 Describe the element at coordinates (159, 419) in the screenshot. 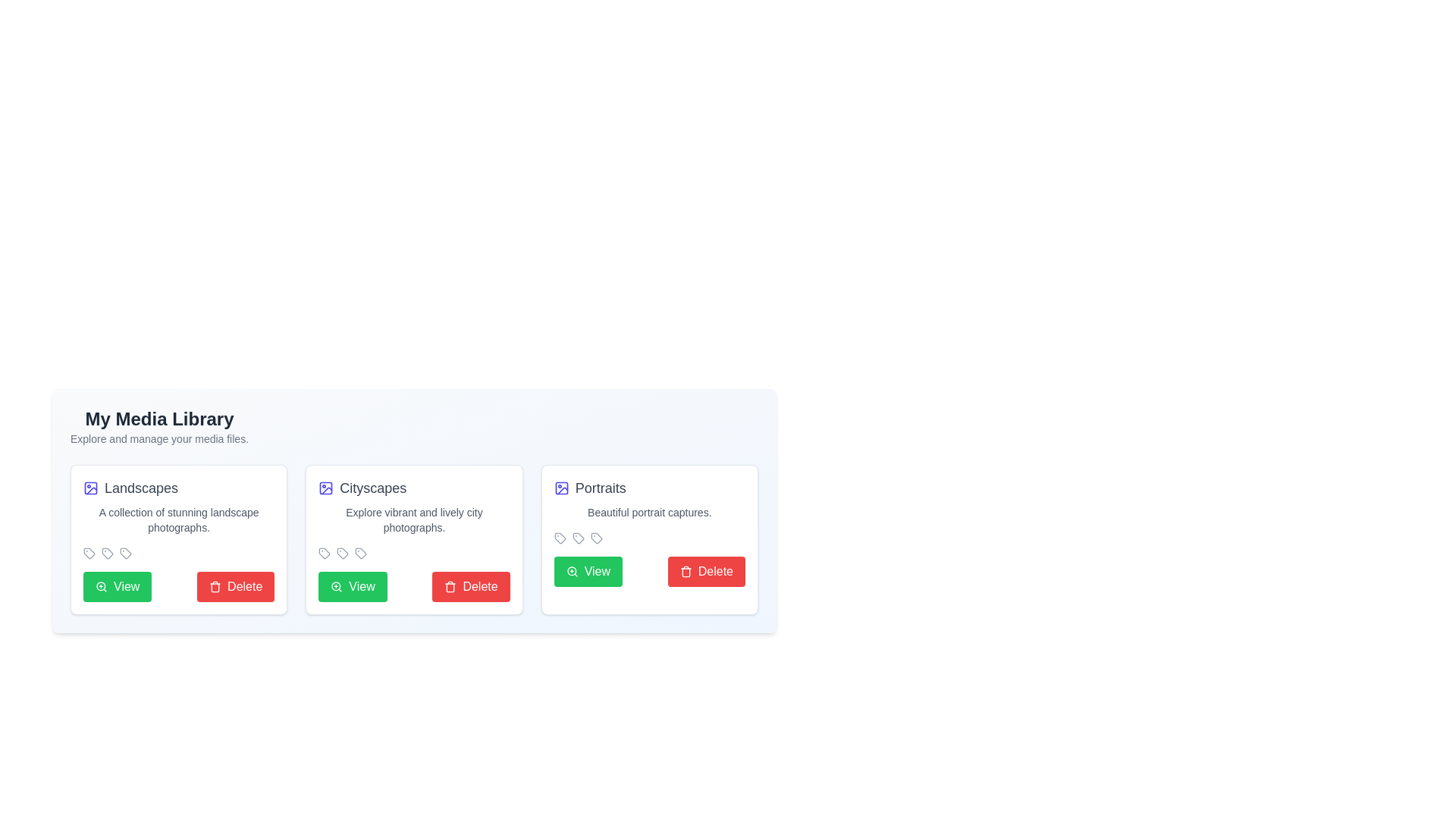

I see `title text 'My Media Library' displayed in bold and large font at the upper-left section of the interface` at that location.